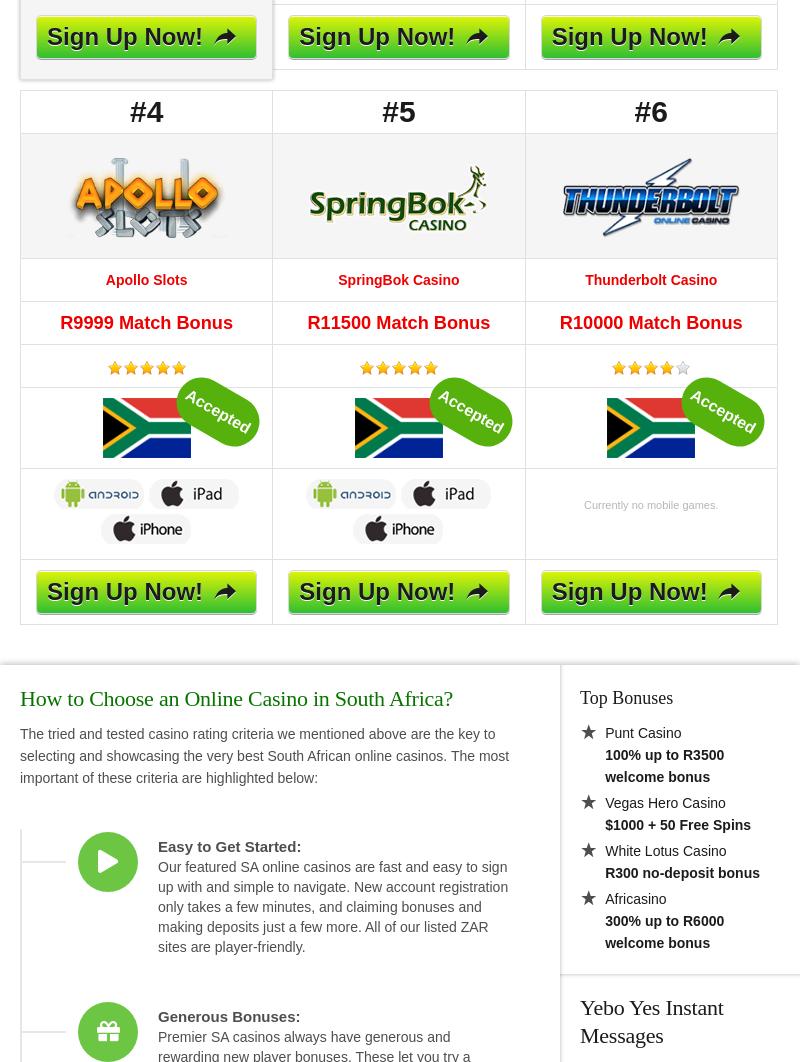 The height and width of the screenshot is (1062, 800). Describe the element at coordinates (263, 756) in the screenshot. I see `'The tried and tested casino rating criteria we mentioned above are the key to selecting and showcasing the very best South African online casinos. The most important of these criteria are highlighted below:'` at that location.